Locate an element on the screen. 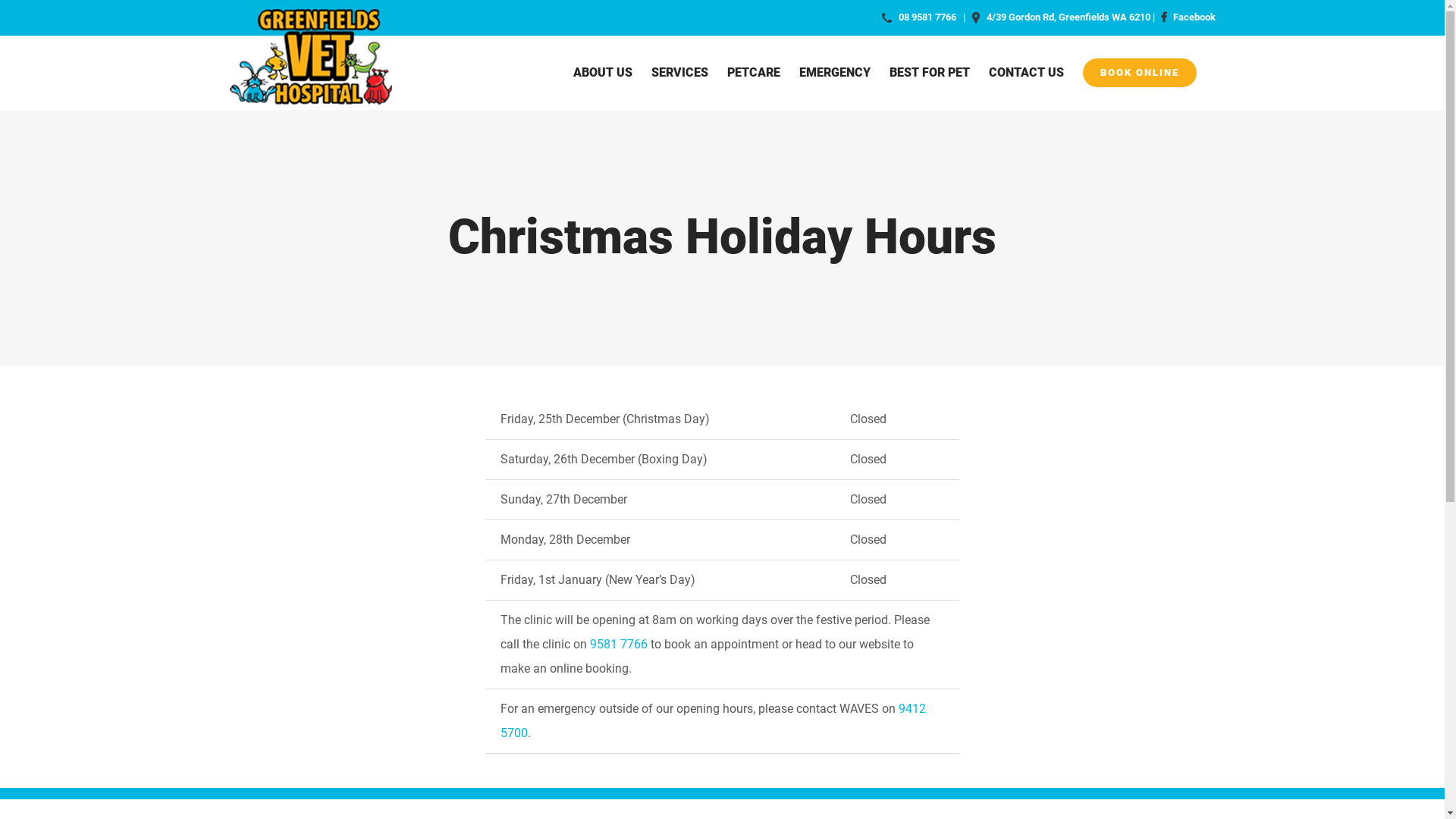 The height and width of the screenshot is (819, 1456). 'SERVICES' is located at coordinates (678, 72).